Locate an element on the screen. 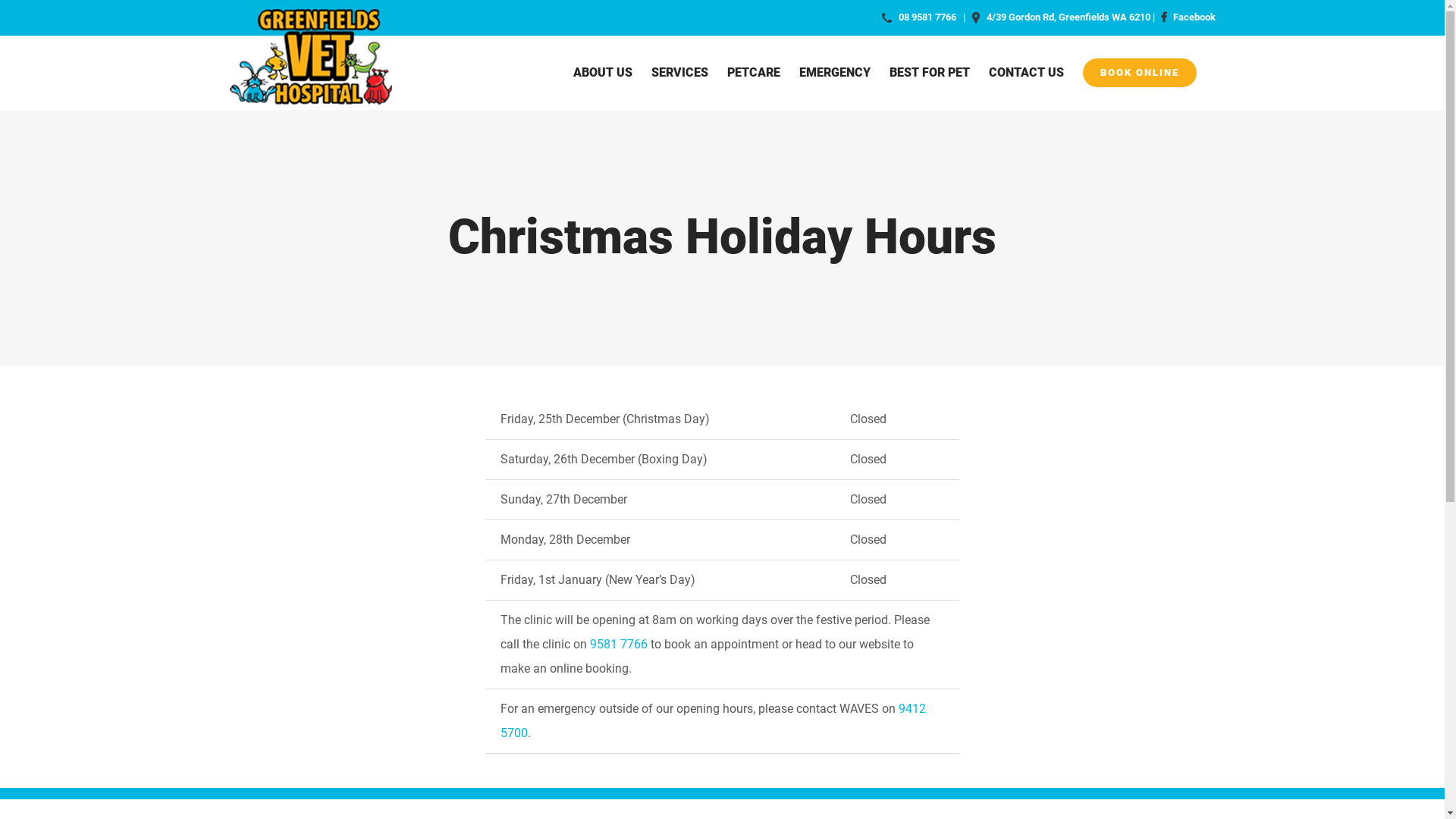 The height and width of the screenshot is (819, 1456). 'SERVICES' is located at coordinates (678, 72).